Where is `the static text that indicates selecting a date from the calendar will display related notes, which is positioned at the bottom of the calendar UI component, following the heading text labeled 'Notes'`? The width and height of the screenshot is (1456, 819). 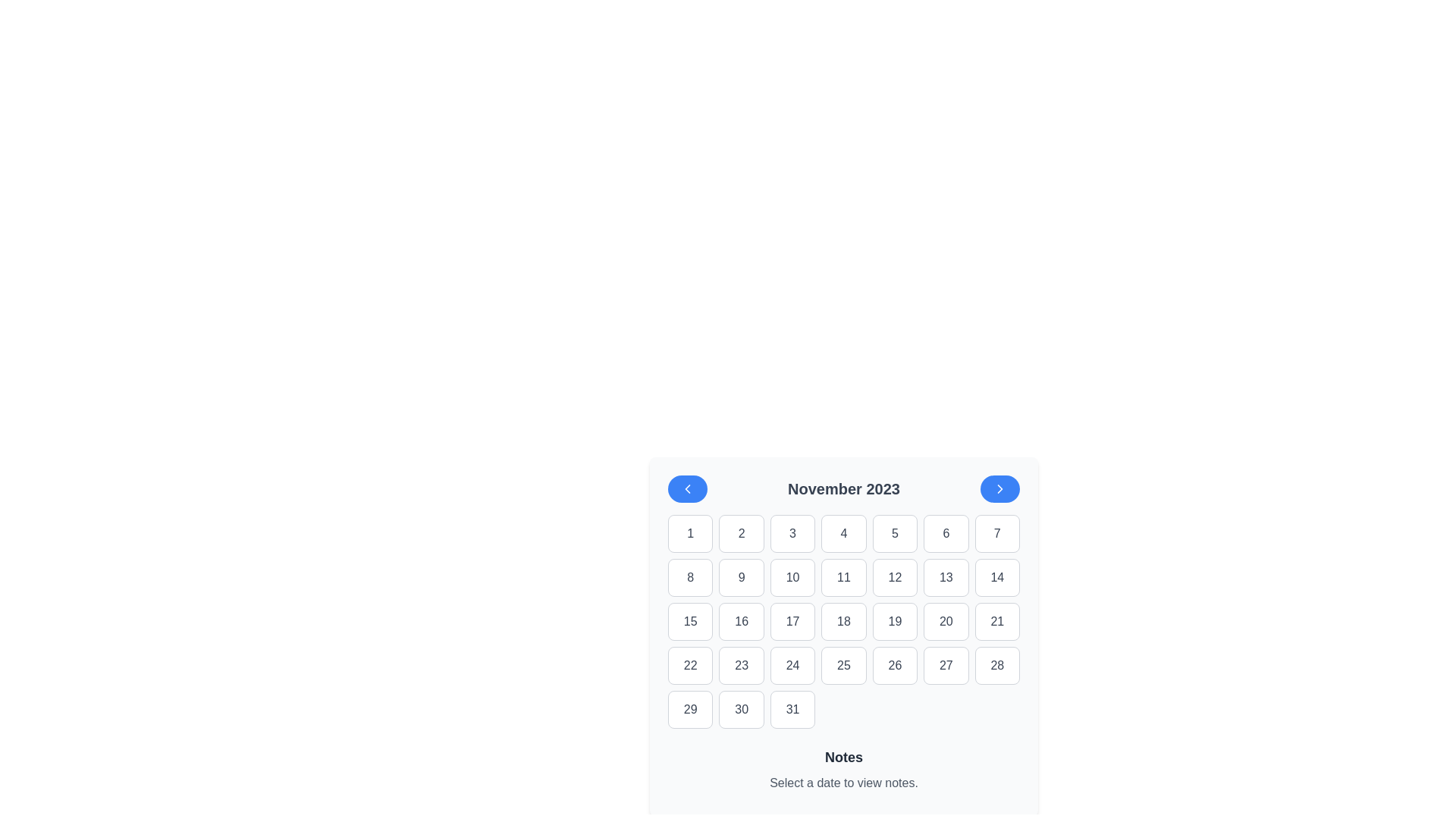 the static text that indicates selecting a date from the calendar will display related notes, which is positioned at the bottom of the calendar UI component, following the heading text labeled 'Notes' is located at coordinates (843, 783).